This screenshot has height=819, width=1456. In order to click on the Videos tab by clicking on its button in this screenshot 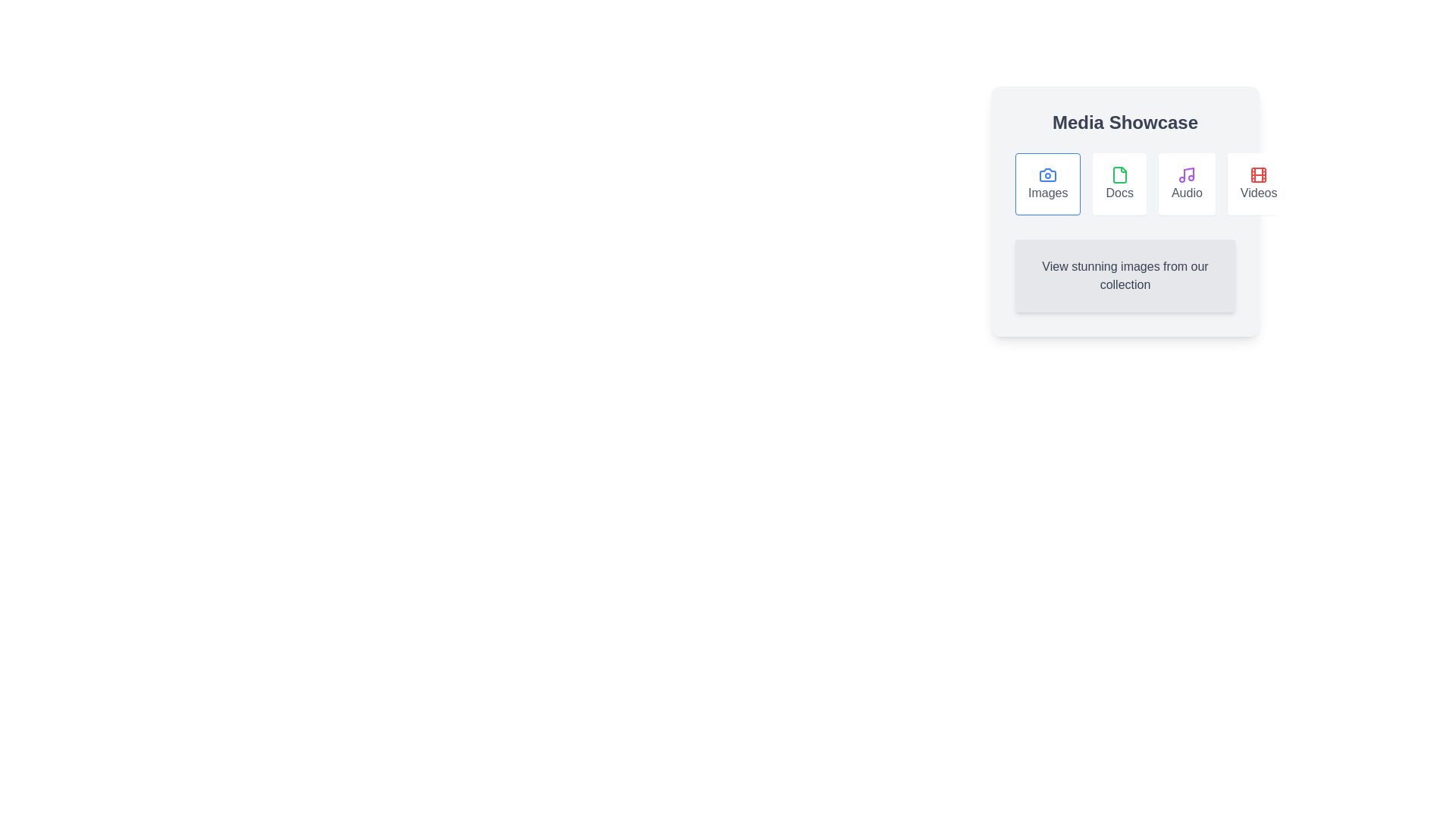, I will do `click(1259, 184)`.